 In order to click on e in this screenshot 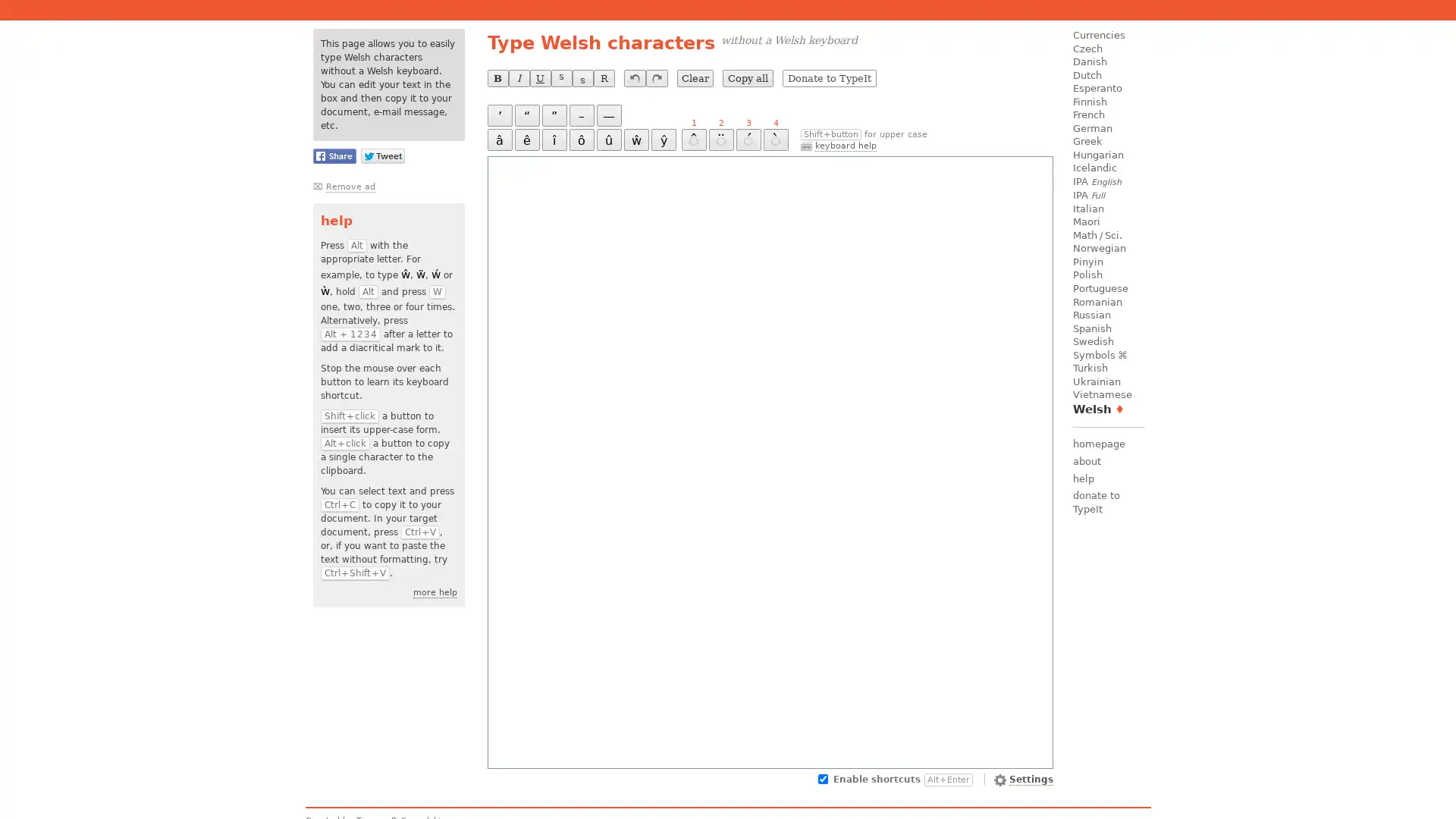, I will do `click(526, 140)`.